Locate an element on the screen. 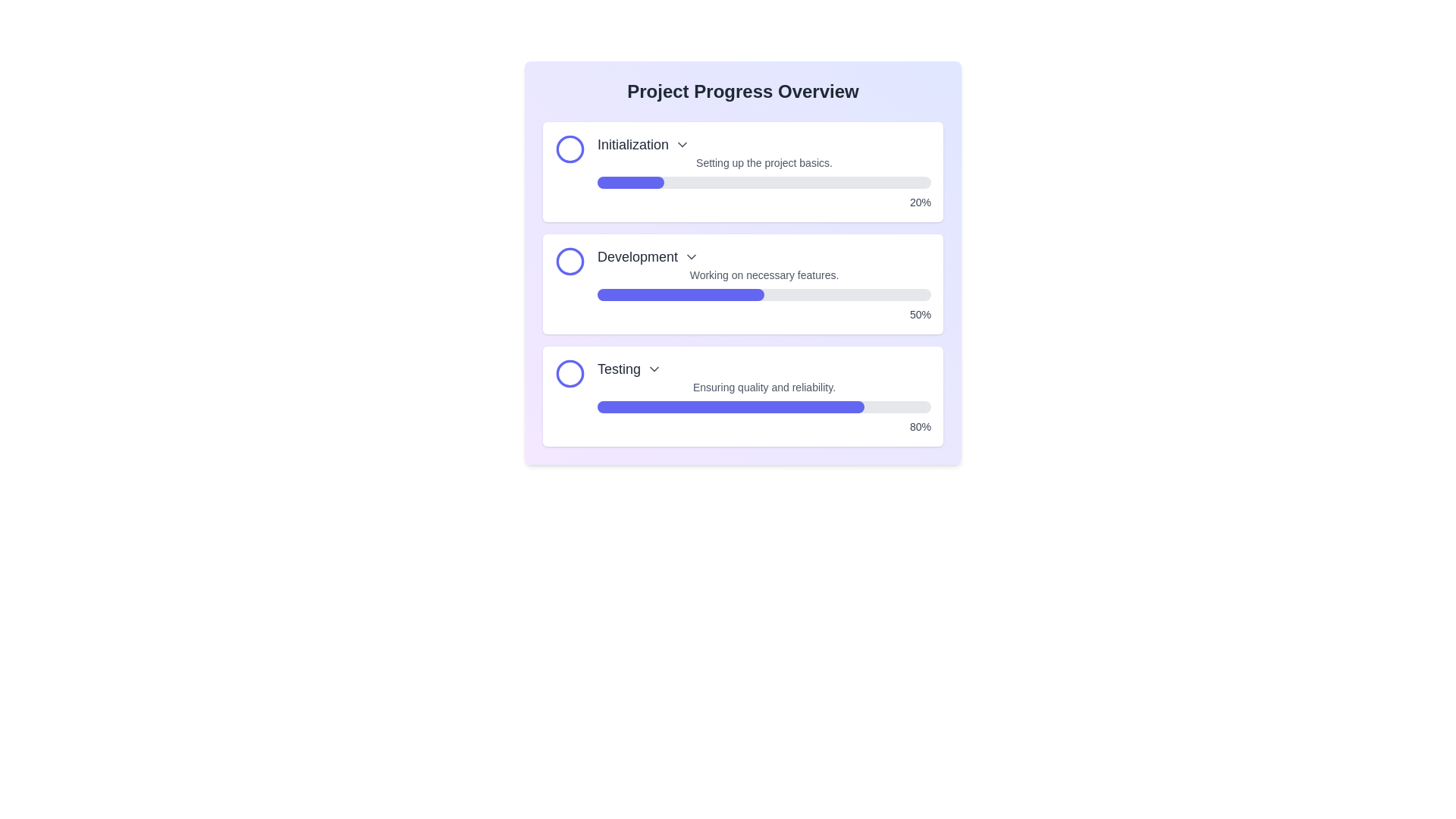 The width and height of the screenshot is (1456, 819). the progress visually on the first progress bar indicating 20% completion under the 'Setting up the project basics.' text in the 'Initialization' section is located at coordinates (764, 181).